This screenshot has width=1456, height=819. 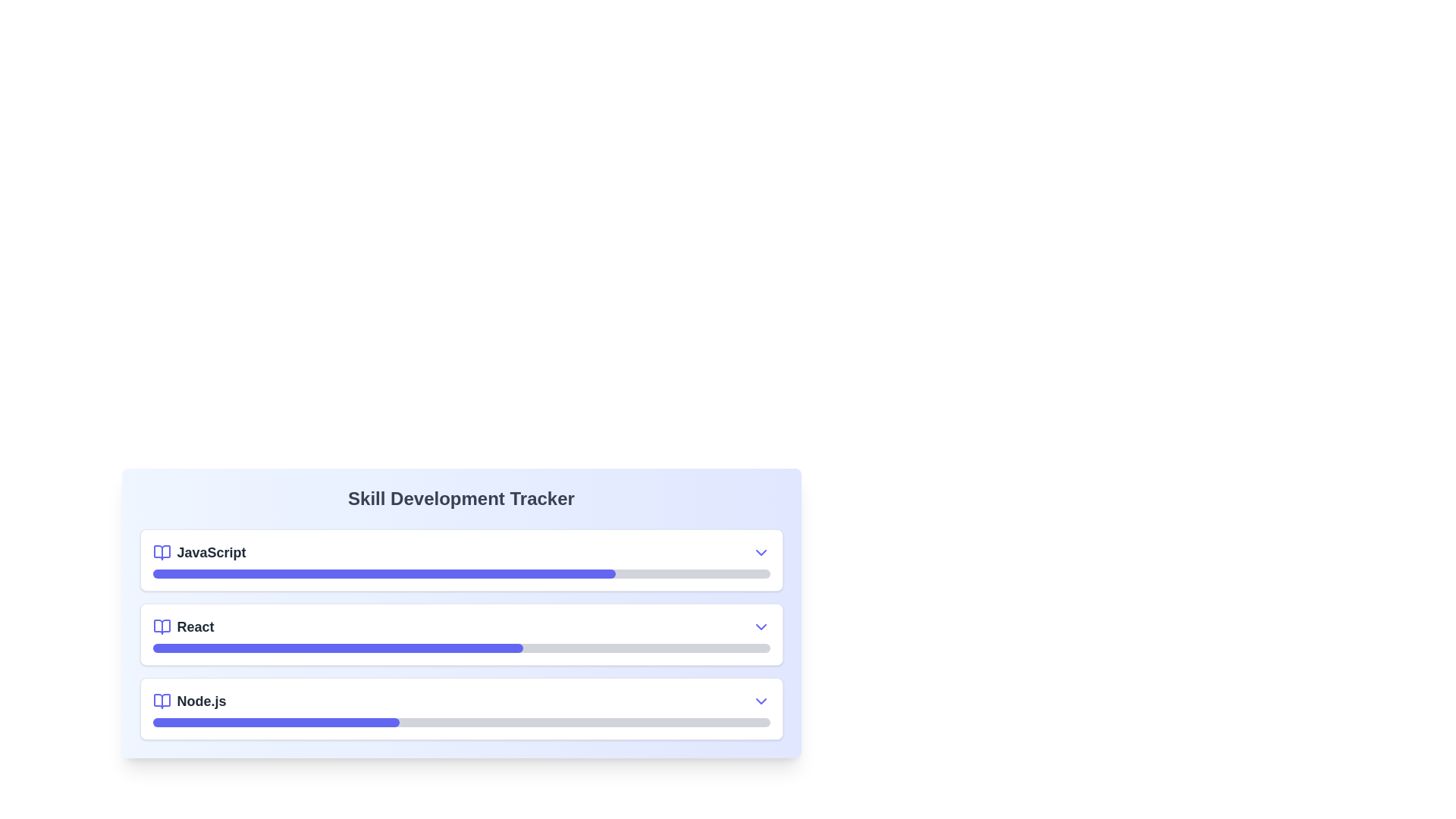 I want to click on the bold, large-sized text labeled 'Skill Development Tracker' that is centrally located at the top of the section with a gradient background, so click(x=460, y=499).